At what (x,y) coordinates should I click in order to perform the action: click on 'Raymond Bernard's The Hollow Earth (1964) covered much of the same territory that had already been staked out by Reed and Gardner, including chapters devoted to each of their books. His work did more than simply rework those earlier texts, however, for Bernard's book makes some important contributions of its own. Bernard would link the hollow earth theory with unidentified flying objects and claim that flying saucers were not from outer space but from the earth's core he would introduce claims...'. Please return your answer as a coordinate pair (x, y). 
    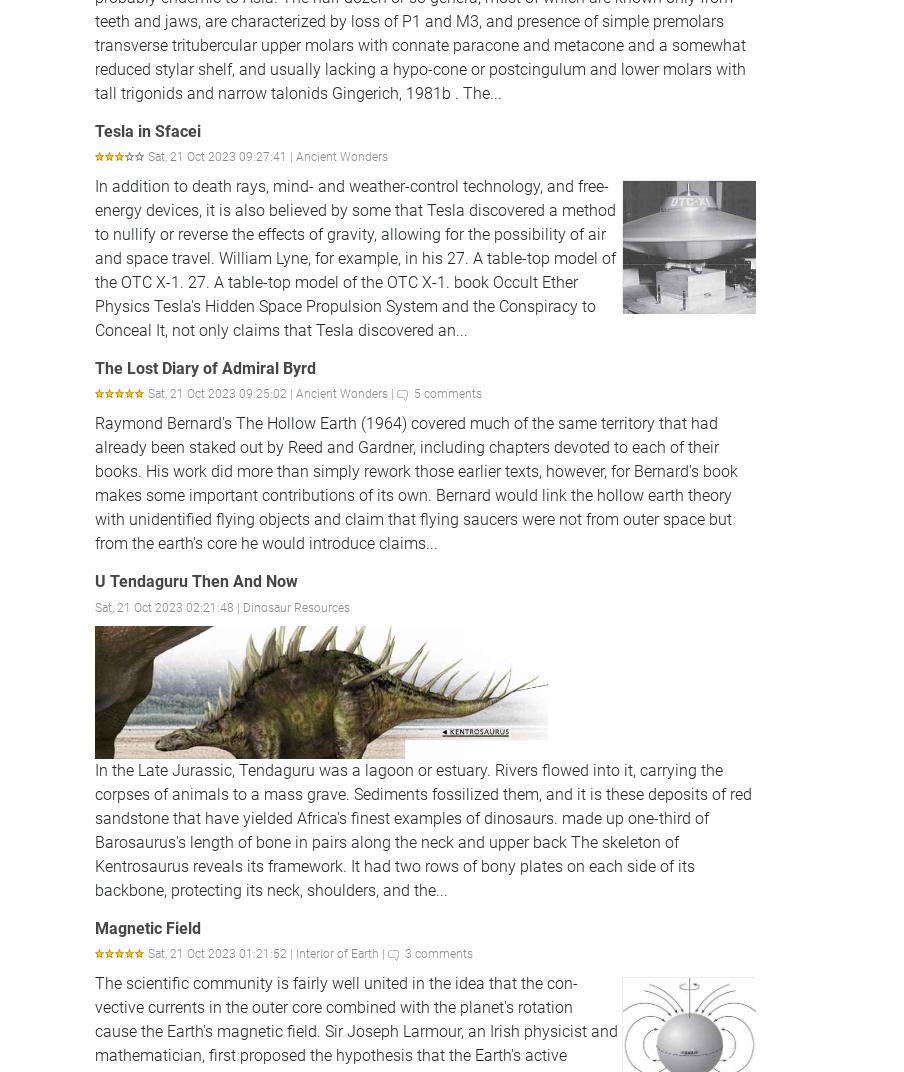
    Looking at the image, I should click on (416, 483).